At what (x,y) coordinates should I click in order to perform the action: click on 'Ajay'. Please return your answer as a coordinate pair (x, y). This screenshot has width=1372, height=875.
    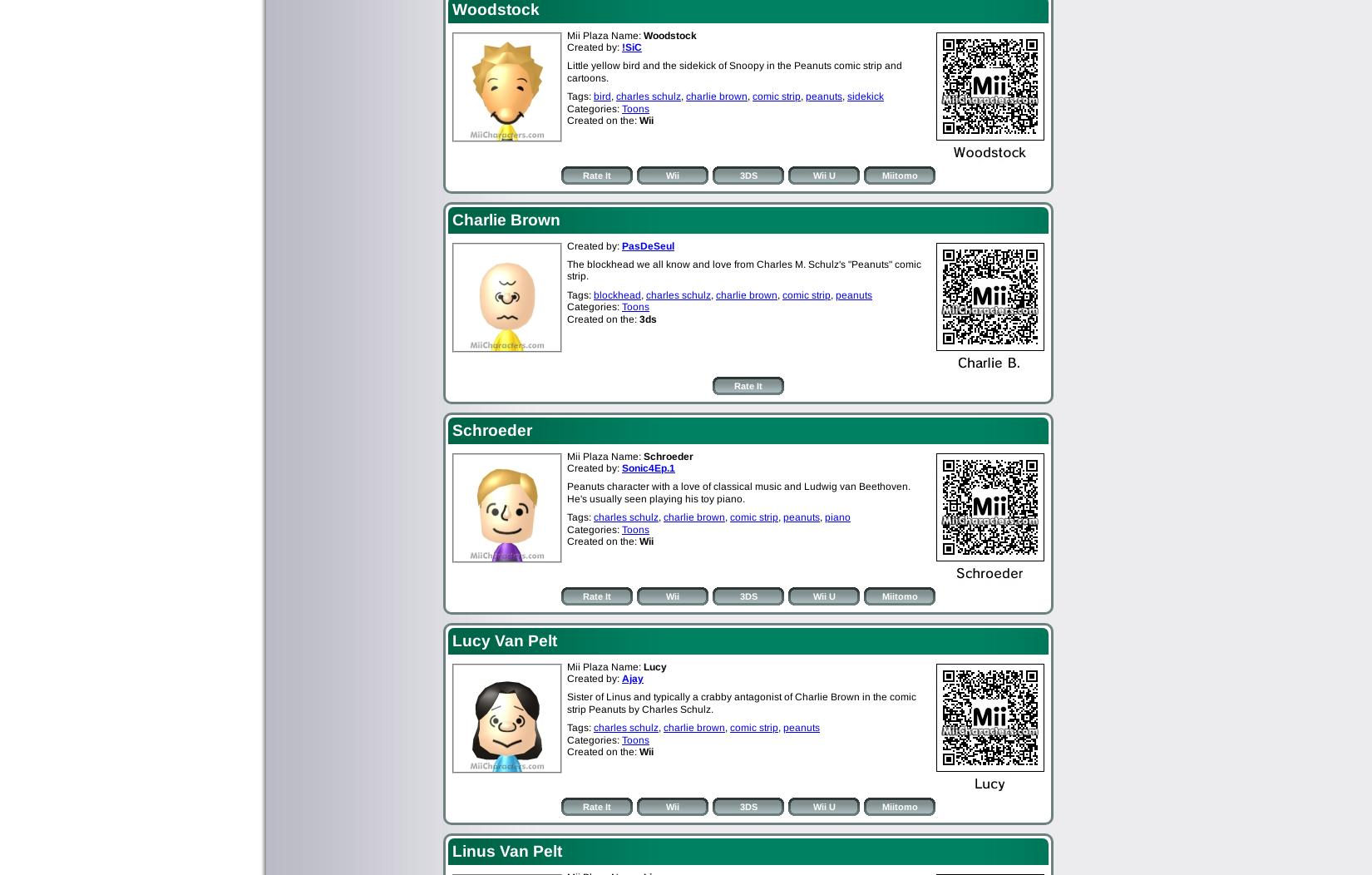
    Looking at the image, I should click on (631, 677).